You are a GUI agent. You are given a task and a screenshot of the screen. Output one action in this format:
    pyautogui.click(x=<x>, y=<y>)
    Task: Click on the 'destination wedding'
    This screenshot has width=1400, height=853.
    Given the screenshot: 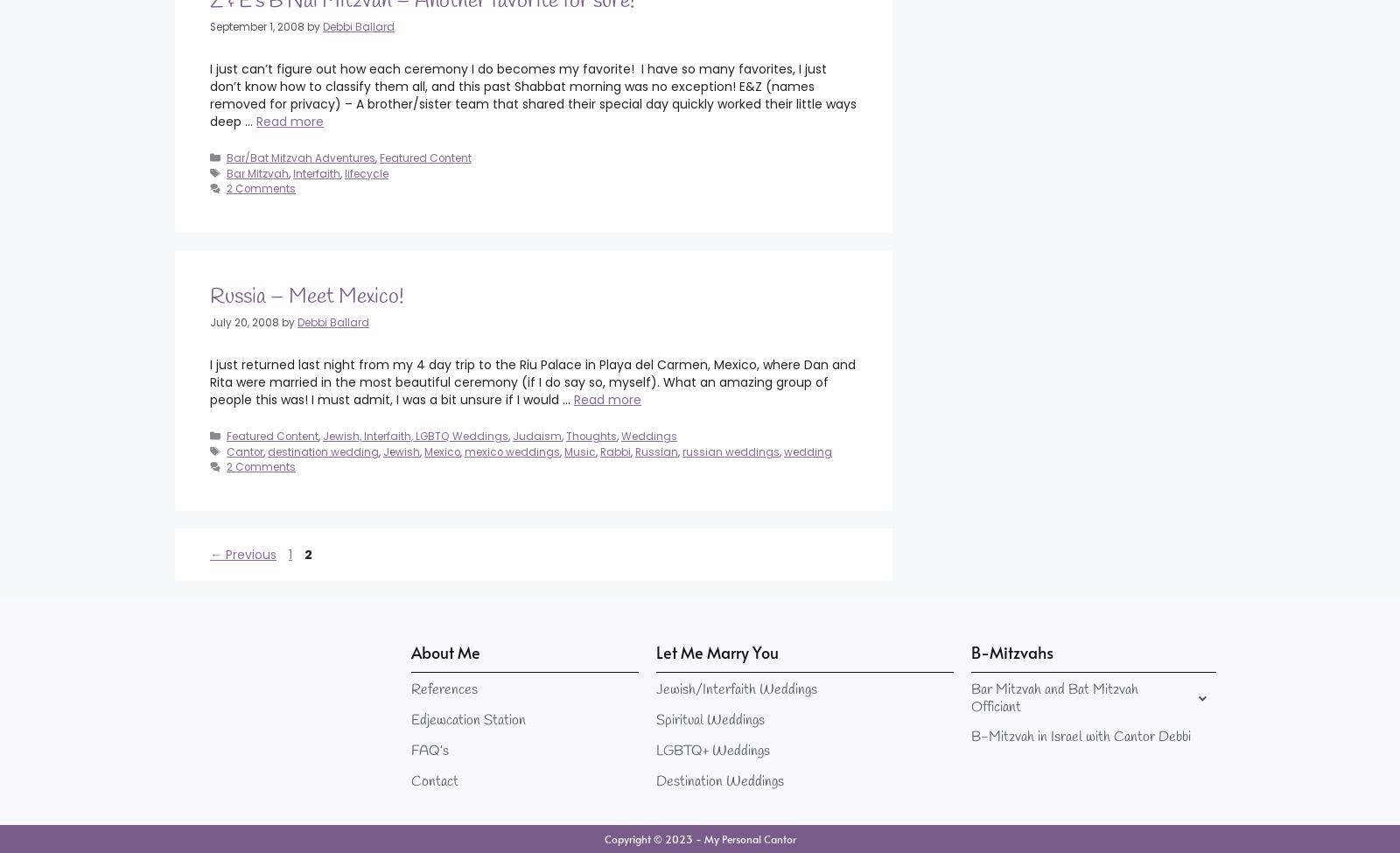 What is the action you would take?
    pyautogui.click(x=323, y=450)
    